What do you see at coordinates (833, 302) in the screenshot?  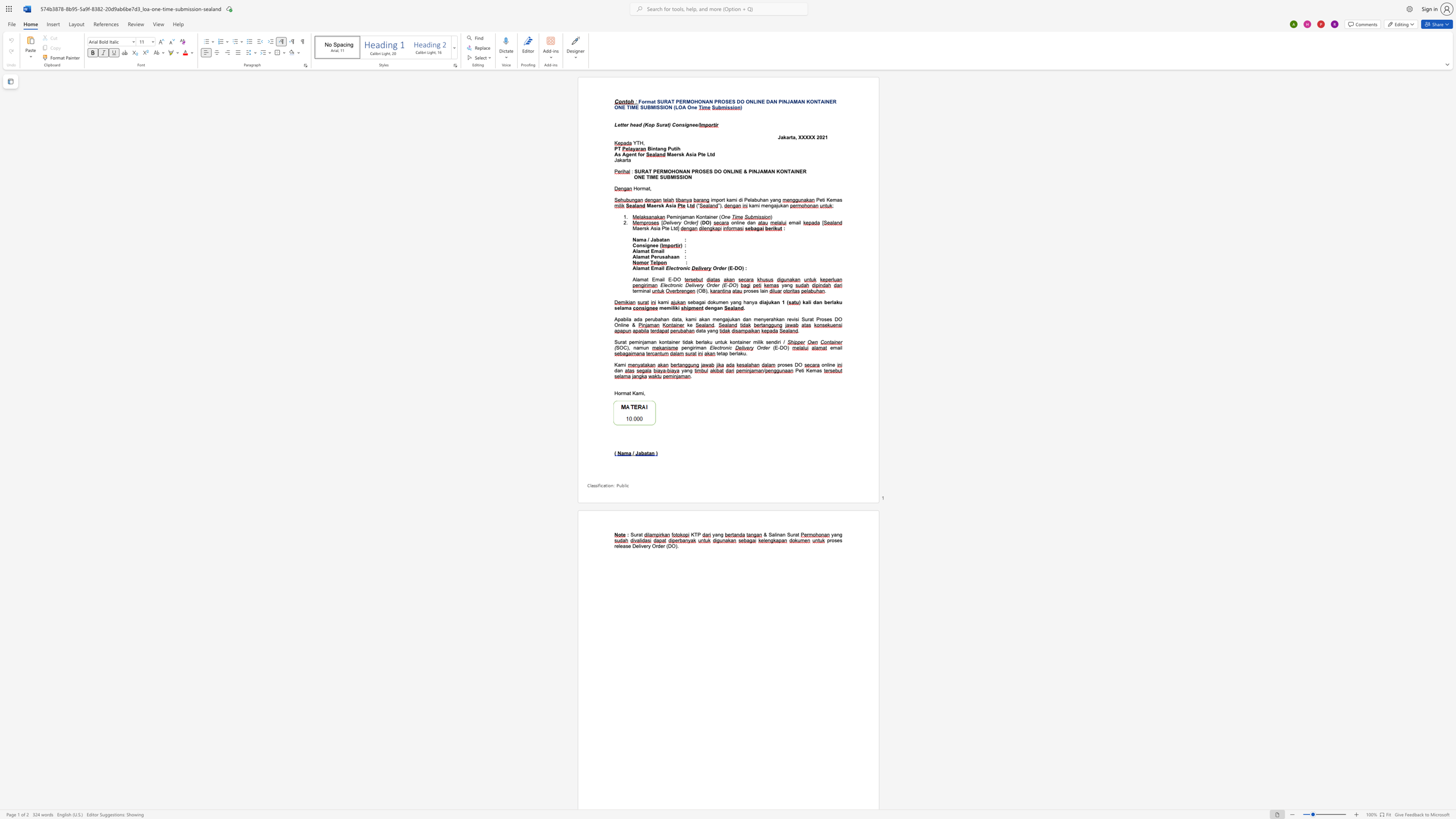 I see `the subset text "aku s" within the text "dan berlaku selama"` at bounding box center [833, 302].